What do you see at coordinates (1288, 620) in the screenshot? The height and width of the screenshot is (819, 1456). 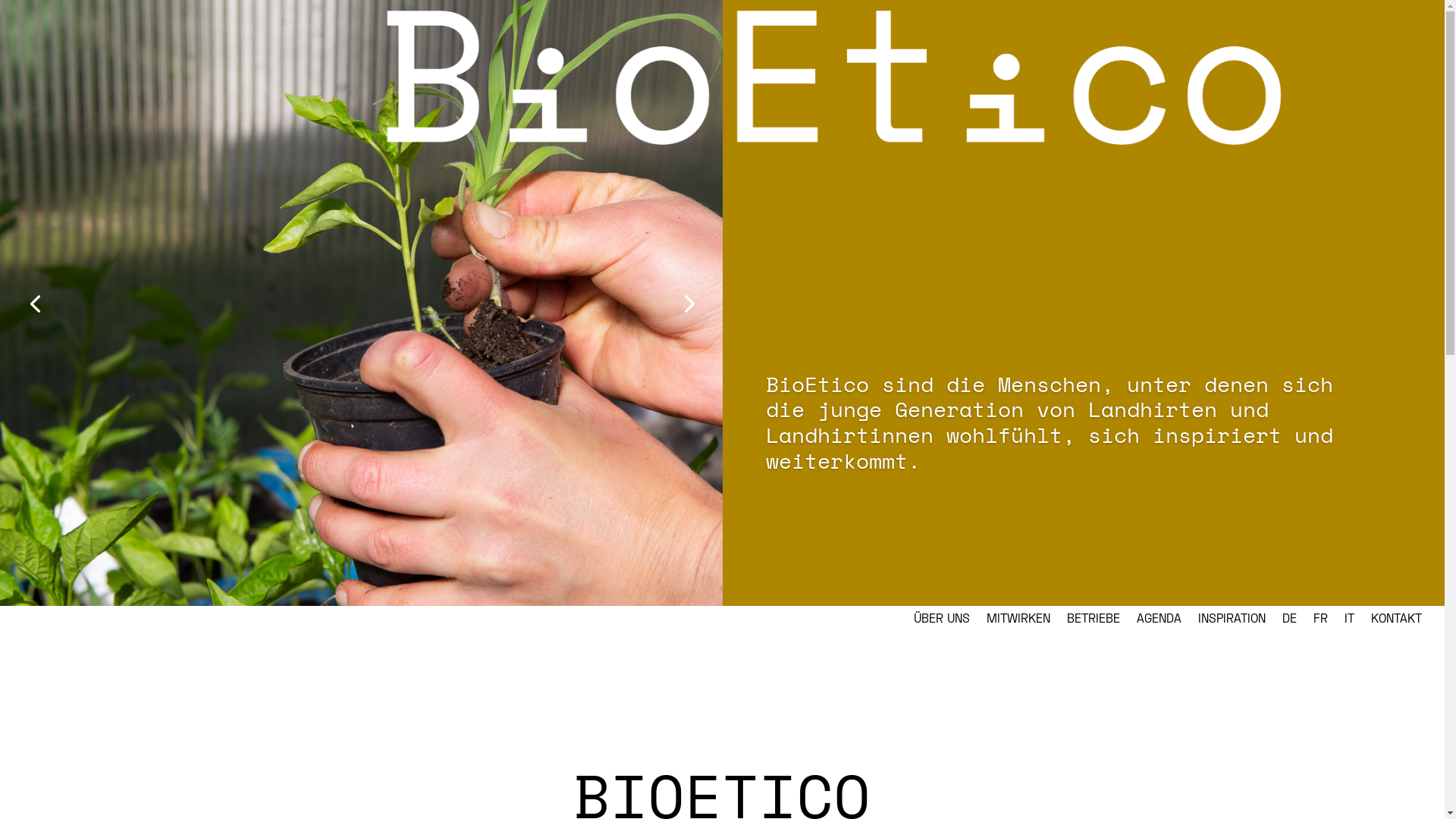 I see `'DE'` at bounding box center [1288, 620].